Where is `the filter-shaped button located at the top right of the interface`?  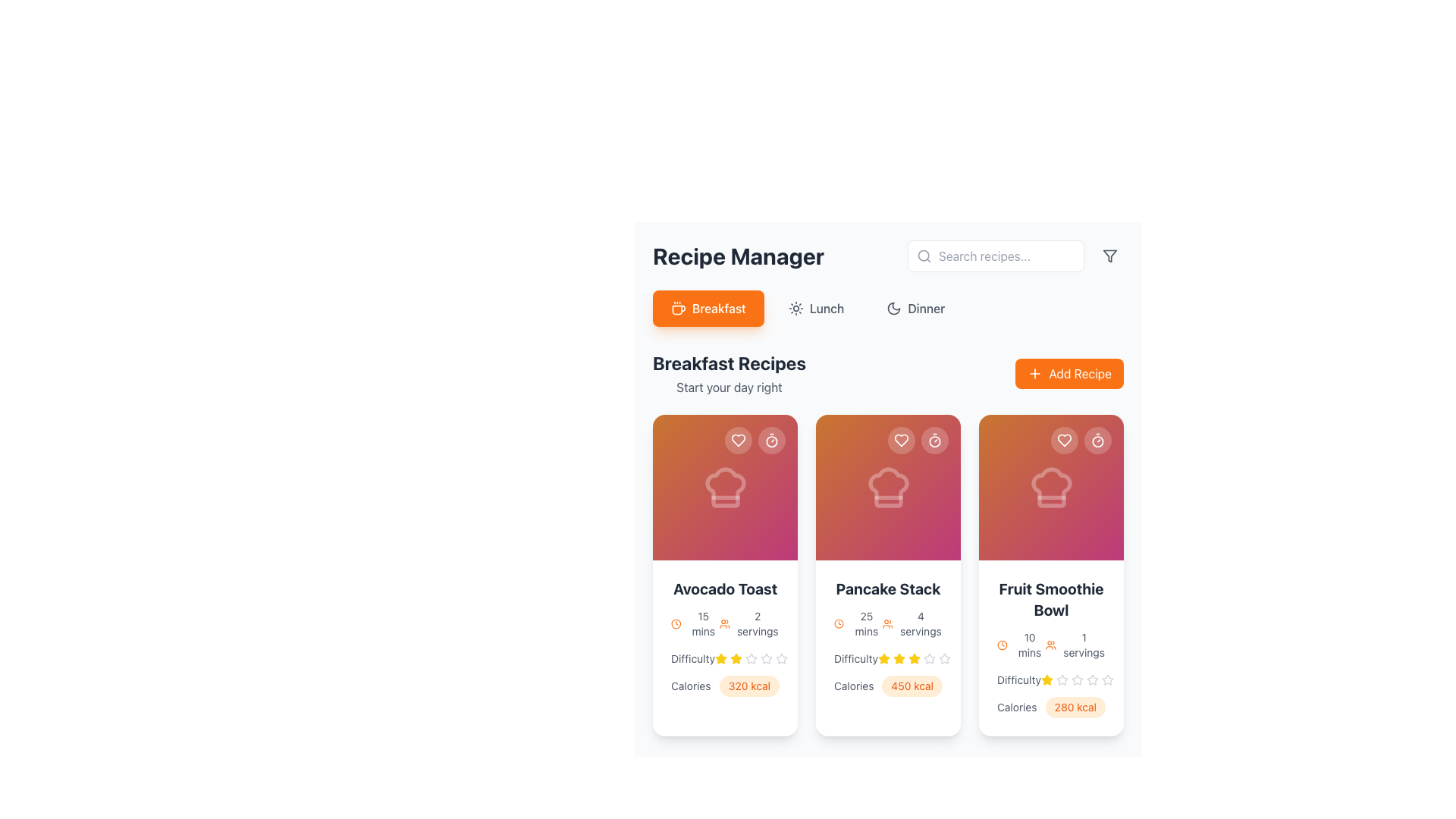
the filter-shaped button located at the top right of the interface is located at coordinates (1110, 256).